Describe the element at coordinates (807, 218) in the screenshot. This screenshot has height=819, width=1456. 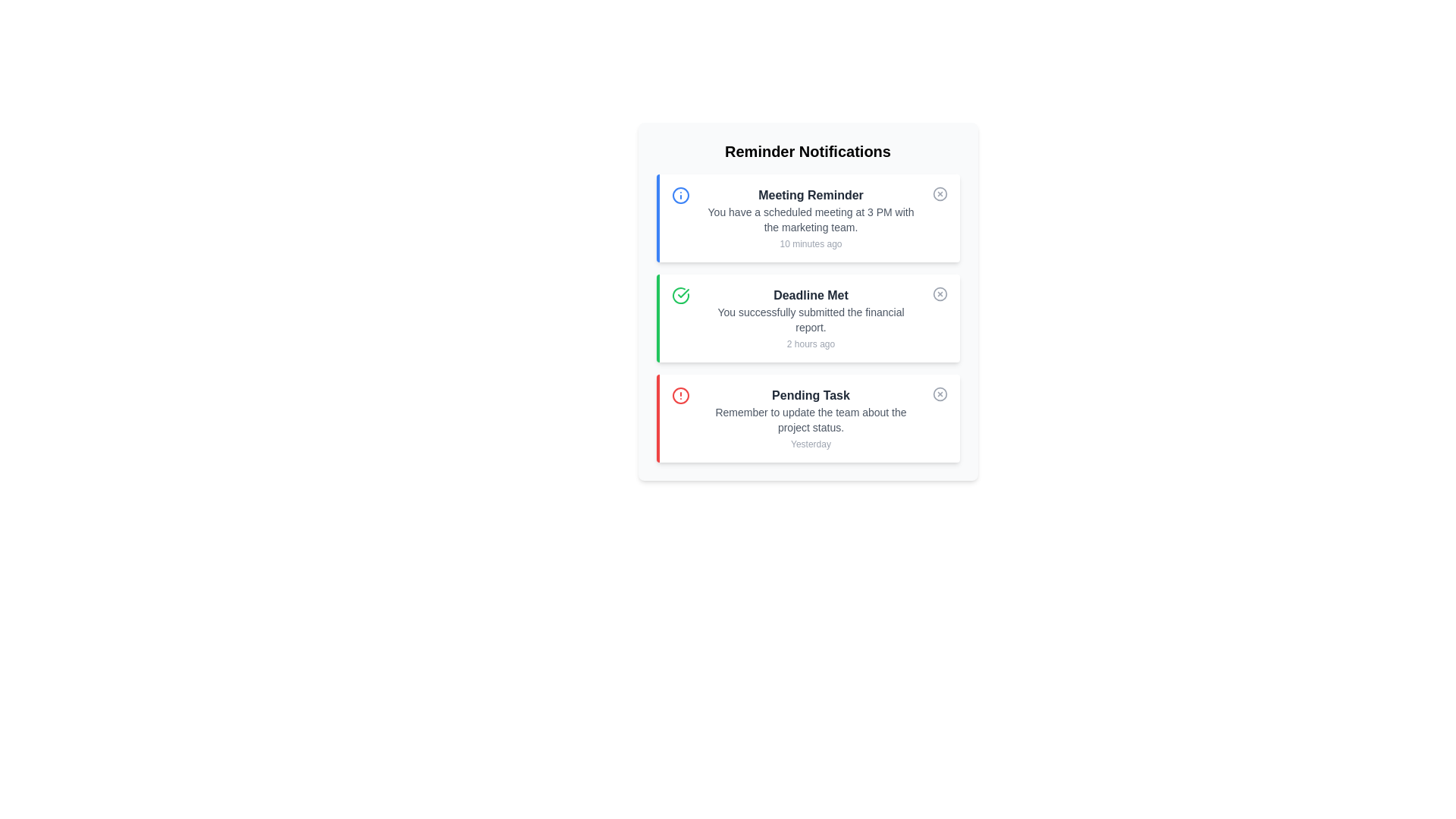
I see `the notification displayed in the first position of the 'Reminder Notifications' list, which provides details about a scheduled meeting` at that location.